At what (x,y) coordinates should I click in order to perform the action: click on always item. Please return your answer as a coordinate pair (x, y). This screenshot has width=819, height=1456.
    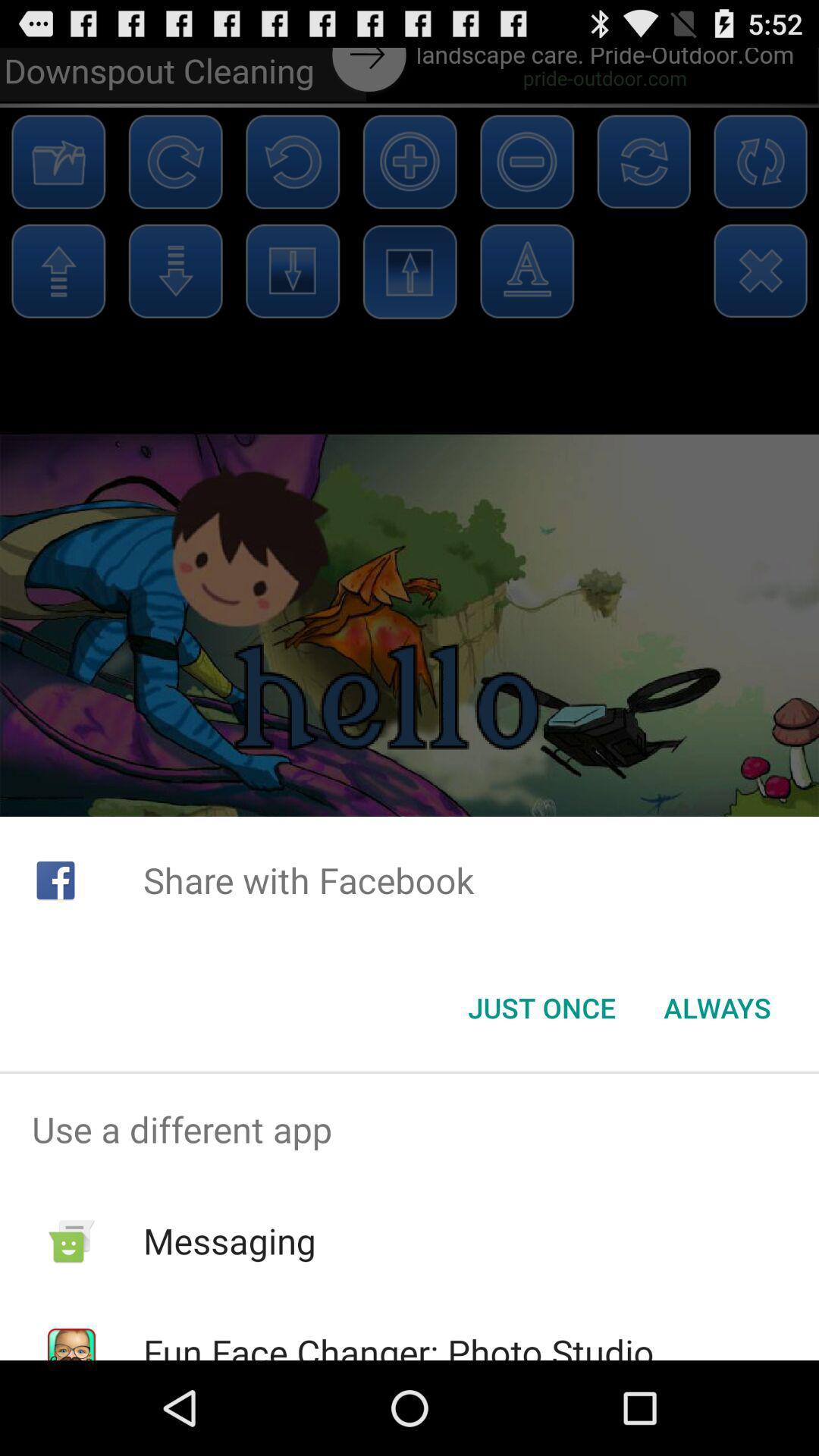
    Looking at the image, I should click on (717, 1008).